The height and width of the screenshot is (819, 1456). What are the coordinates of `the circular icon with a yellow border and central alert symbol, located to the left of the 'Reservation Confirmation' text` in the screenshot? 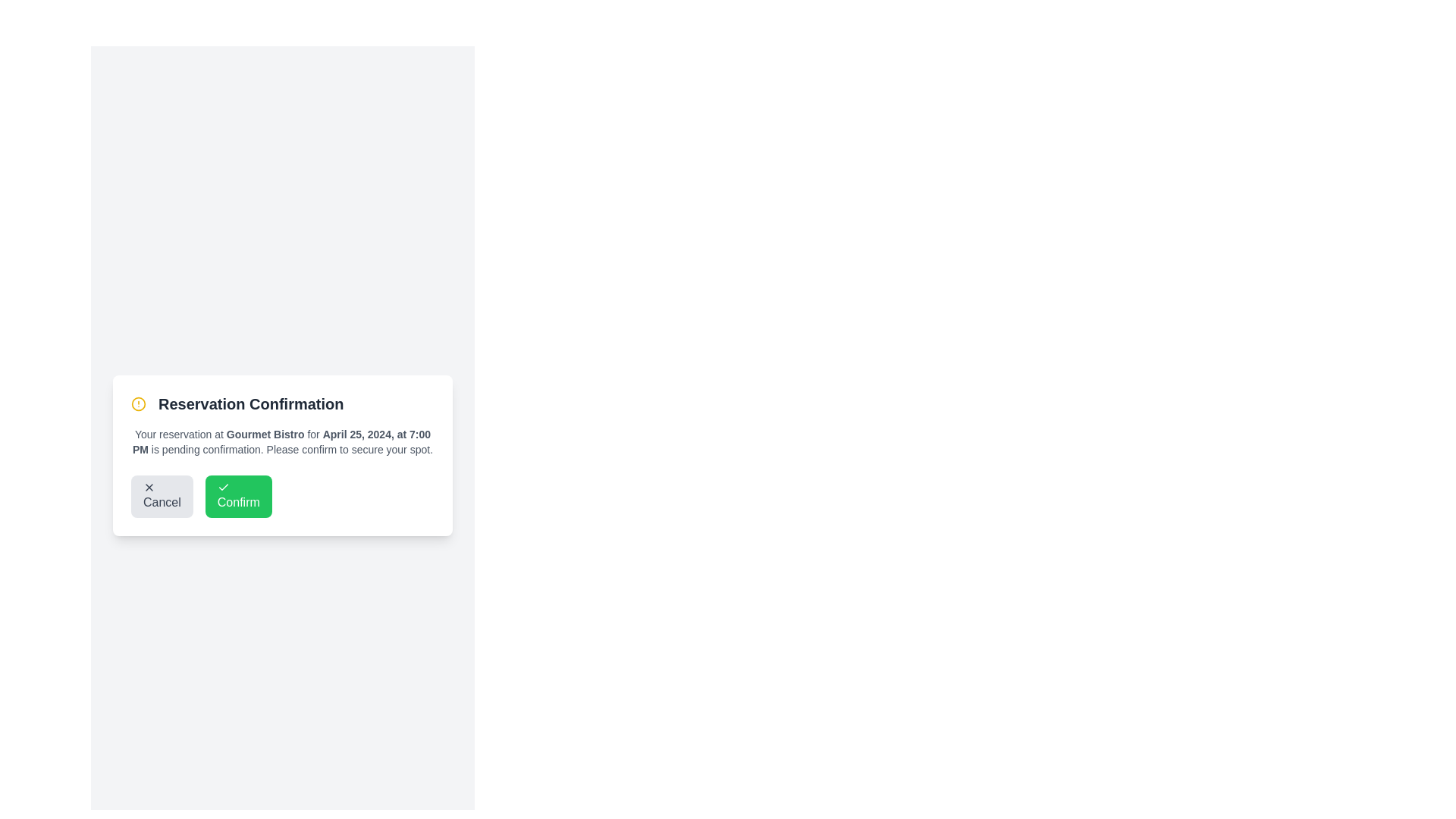 It's located at (138, 403).